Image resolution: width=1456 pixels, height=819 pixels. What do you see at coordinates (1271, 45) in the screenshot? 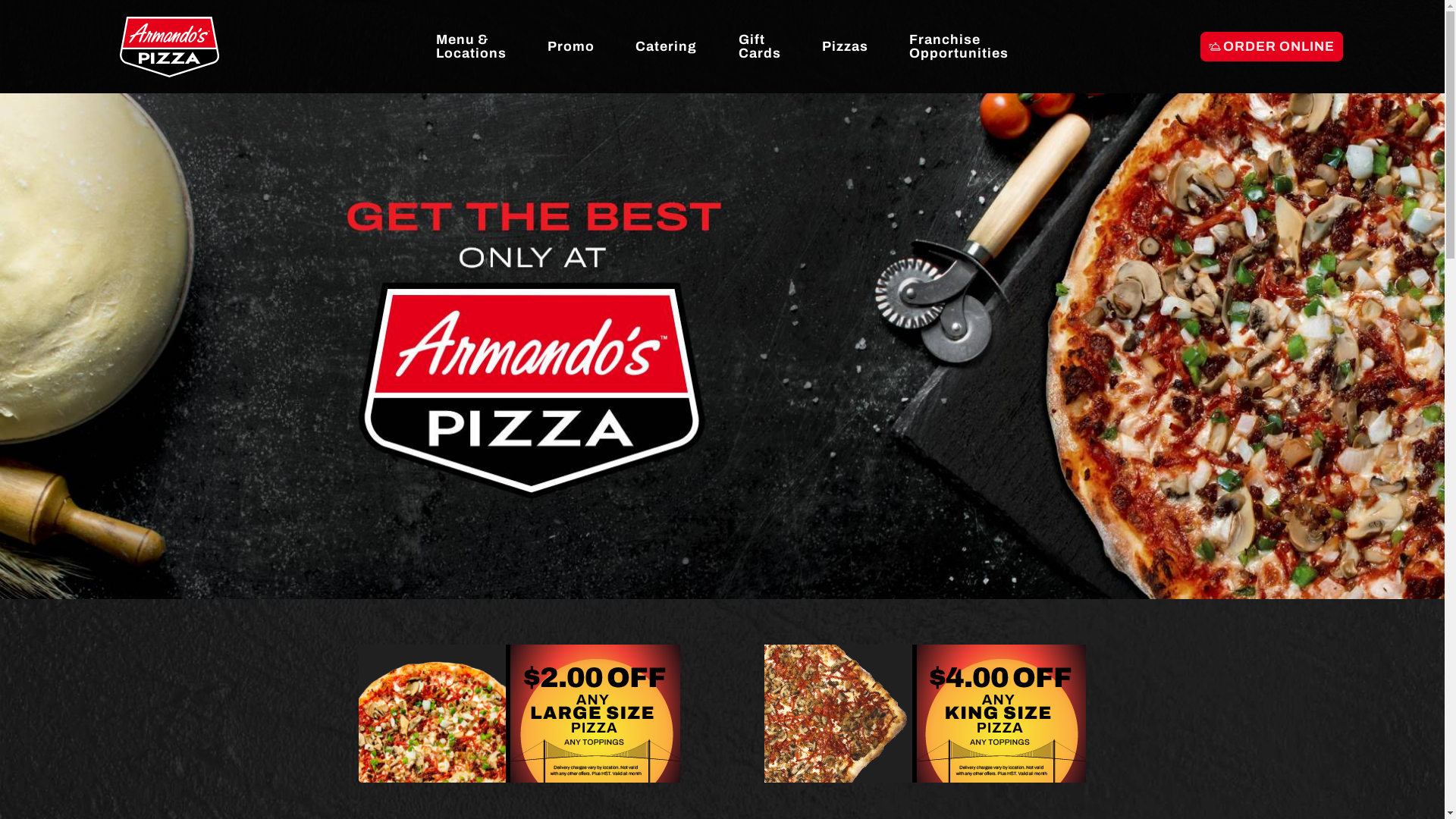
I see `'ORDER ONLINE'` at bounding box center [1271, 45].